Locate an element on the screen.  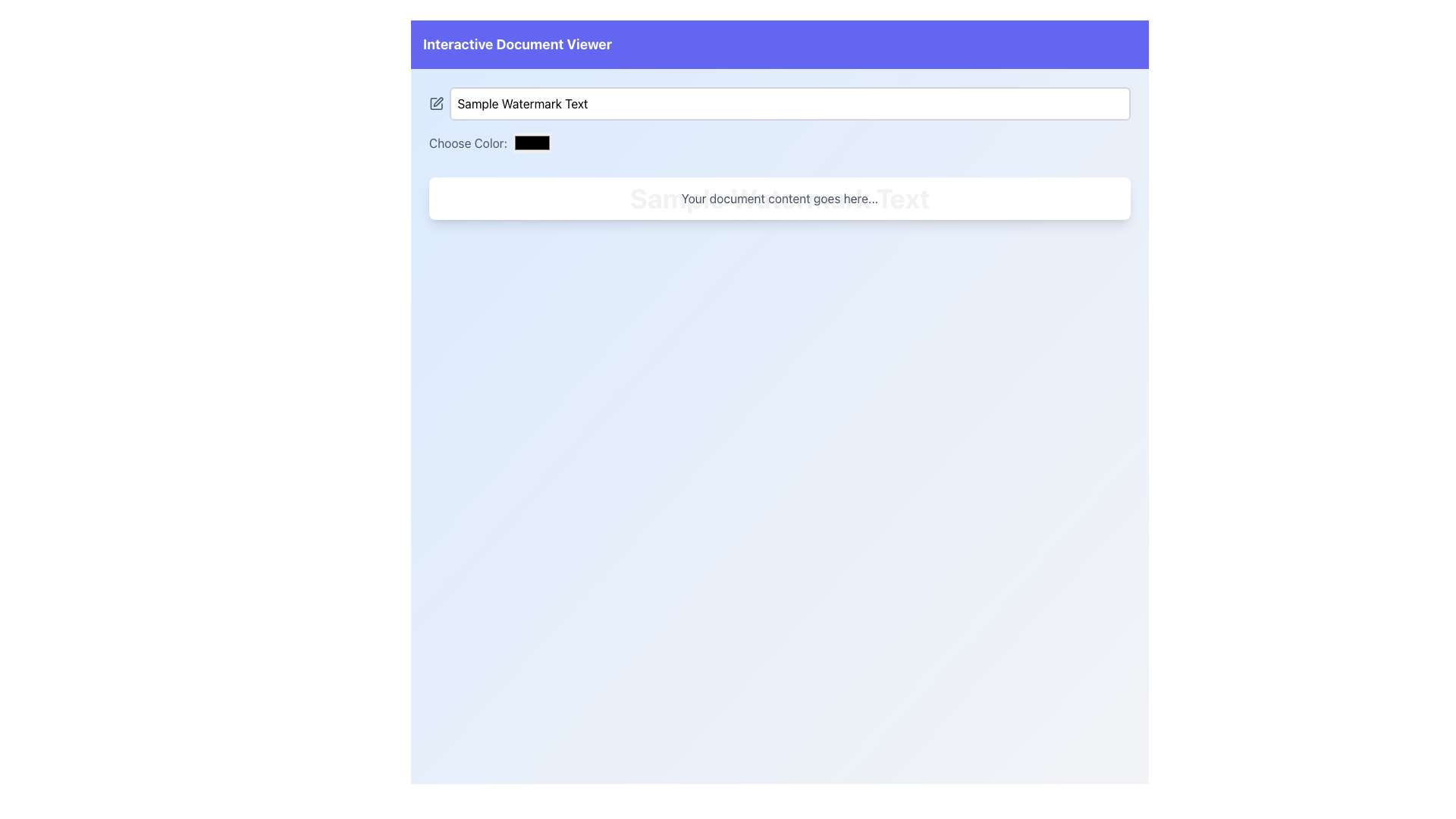
the small gray square icon with a pen symbol, located to the left of the input field labeled 'Sample Watermark Text.' is located at coordinates (435, 103).